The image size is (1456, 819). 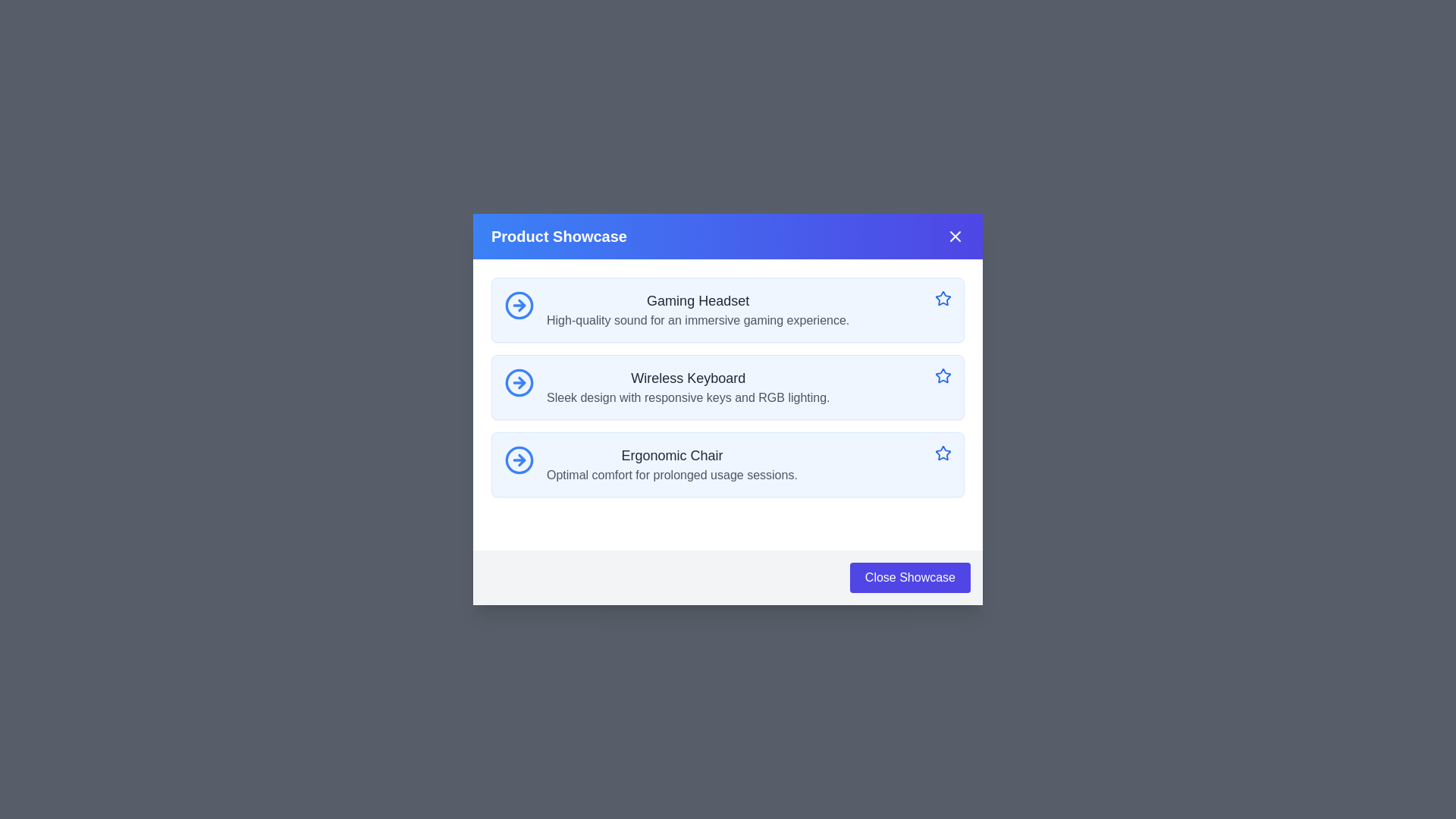 What do you see at coordinates (519, 459) in the screenshot?
I see `the circular blue icon with a rightwards arrow located to the left of the text 'Ergonomic Chair'` at bounding box center [519, 459].